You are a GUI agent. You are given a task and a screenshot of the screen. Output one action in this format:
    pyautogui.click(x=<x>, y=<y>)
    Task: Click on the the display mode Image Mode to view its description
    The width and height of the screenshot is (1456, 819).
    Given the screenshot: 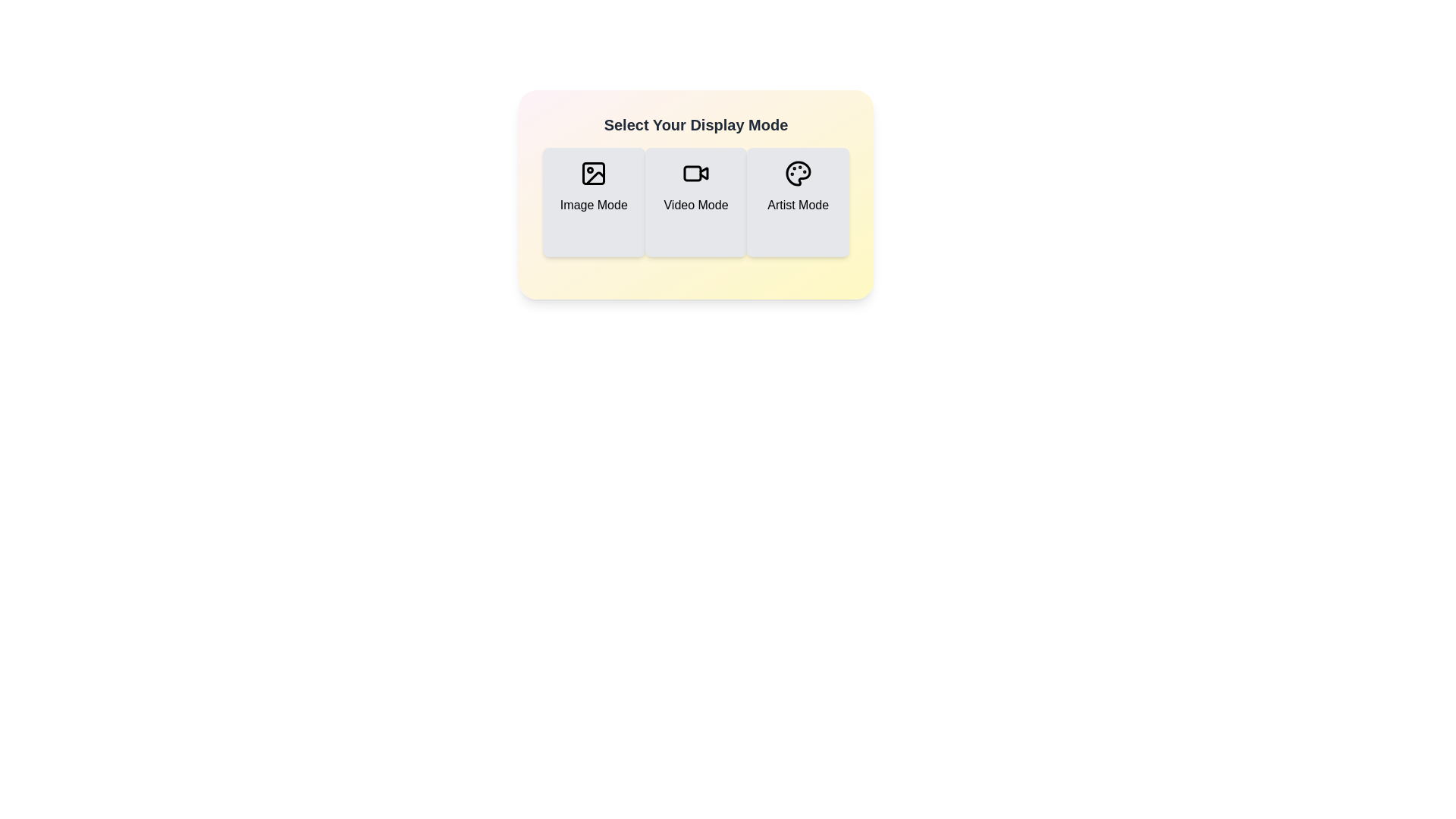 What is the action you would take?
    pyautogui.click(x=593, y=201)
    